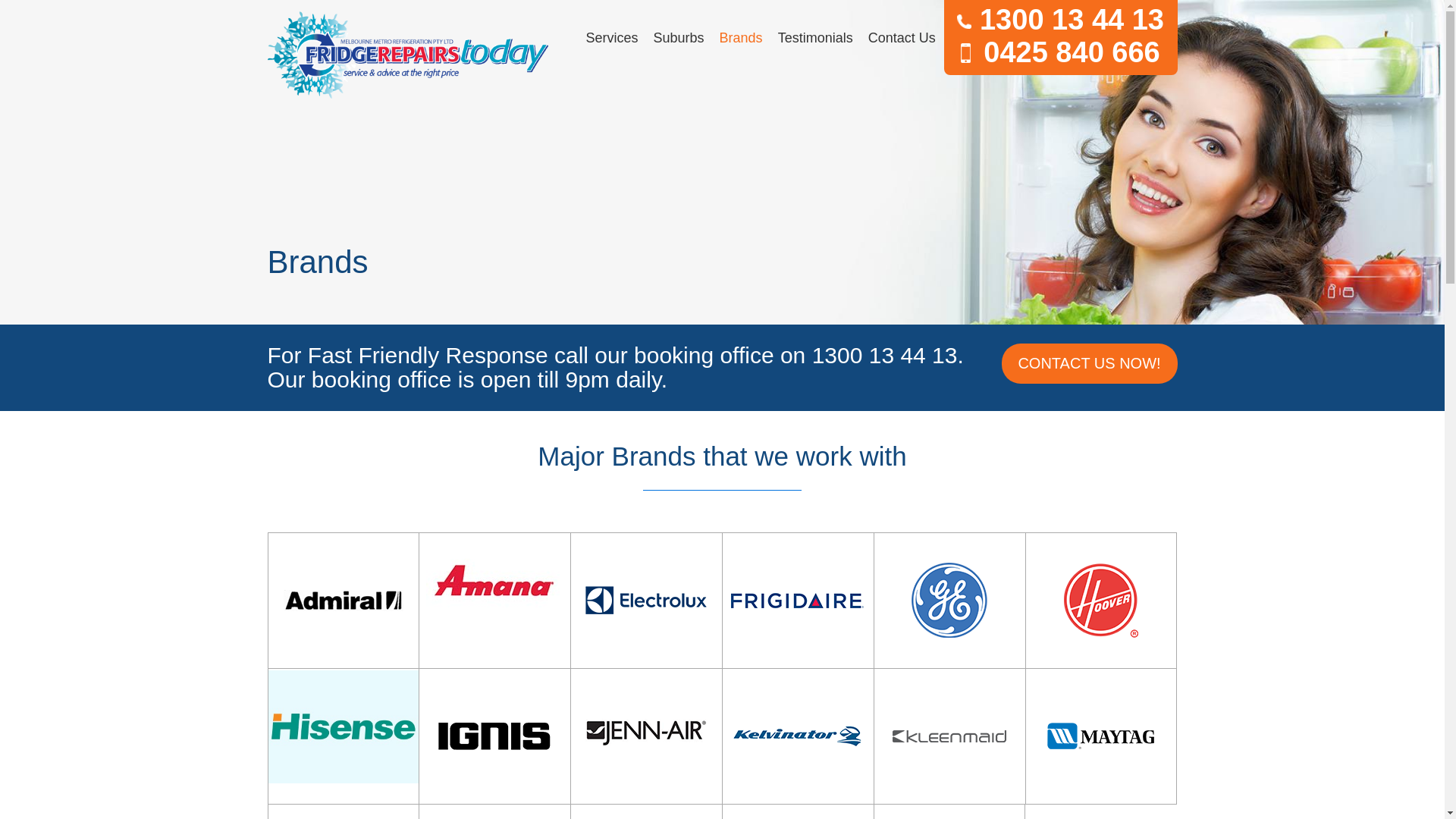 This screenshot has width=1456, height=819. Describe the element at coordinates (814, 37) in the screenshot. I see `'Testimonials'` at that location.